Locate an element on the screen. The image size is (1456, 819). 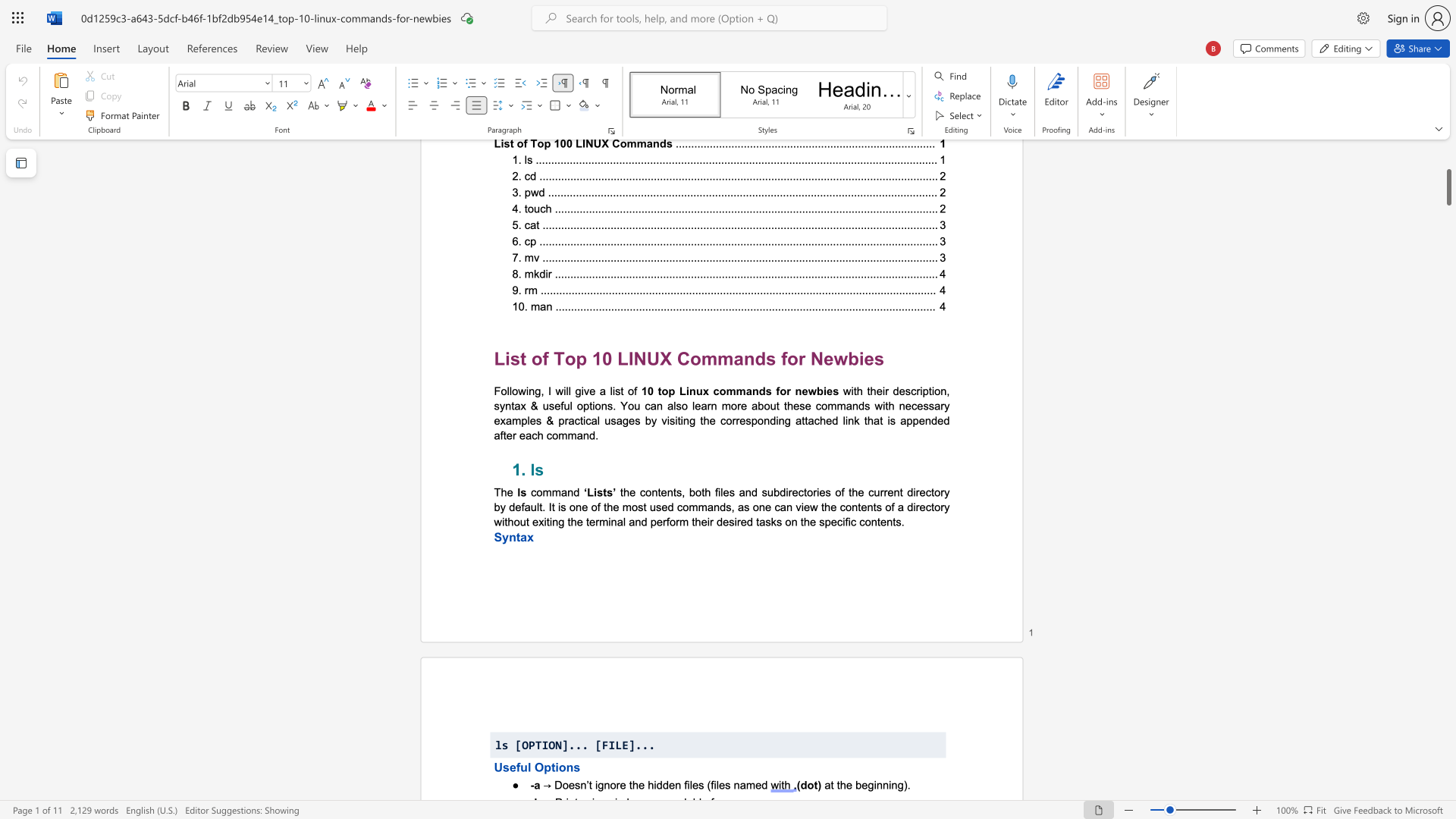
the subset text "by default. It is one of the most used co" within the text "the contents, both files and subdirectories of the current directory by default. It is one of the most used commands, as one can view the contents of a directory without exiting the terminal and perform their desired tasks on the specific contents." is located at coordinates (494, 507).